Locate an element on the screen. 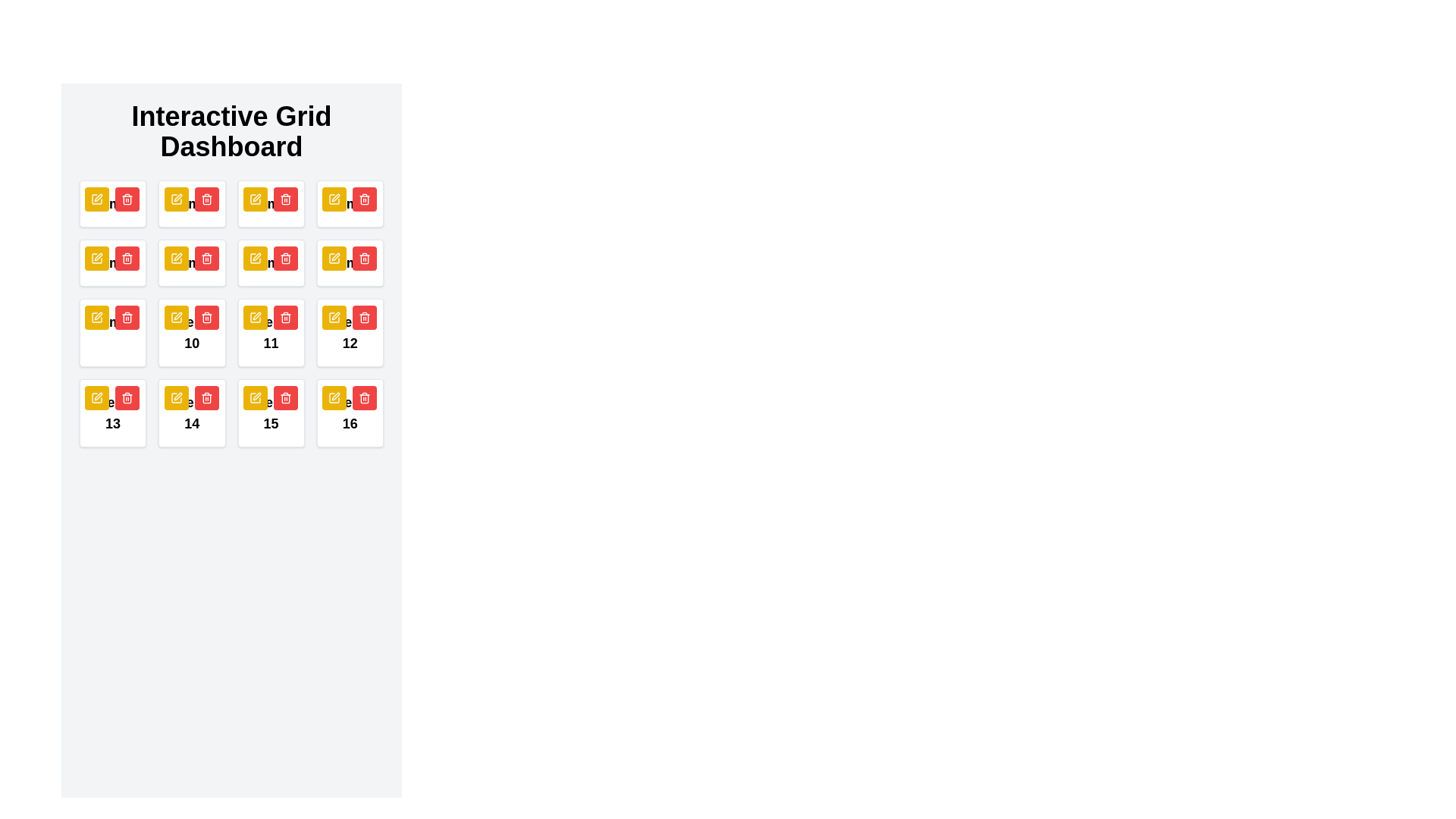 Image resolution: width=1456 pixels, height=819 pixels. the edit icon located in the small yellow button at the center of the first row, second column of the grid-based interface is located at coordinates (176, 198).